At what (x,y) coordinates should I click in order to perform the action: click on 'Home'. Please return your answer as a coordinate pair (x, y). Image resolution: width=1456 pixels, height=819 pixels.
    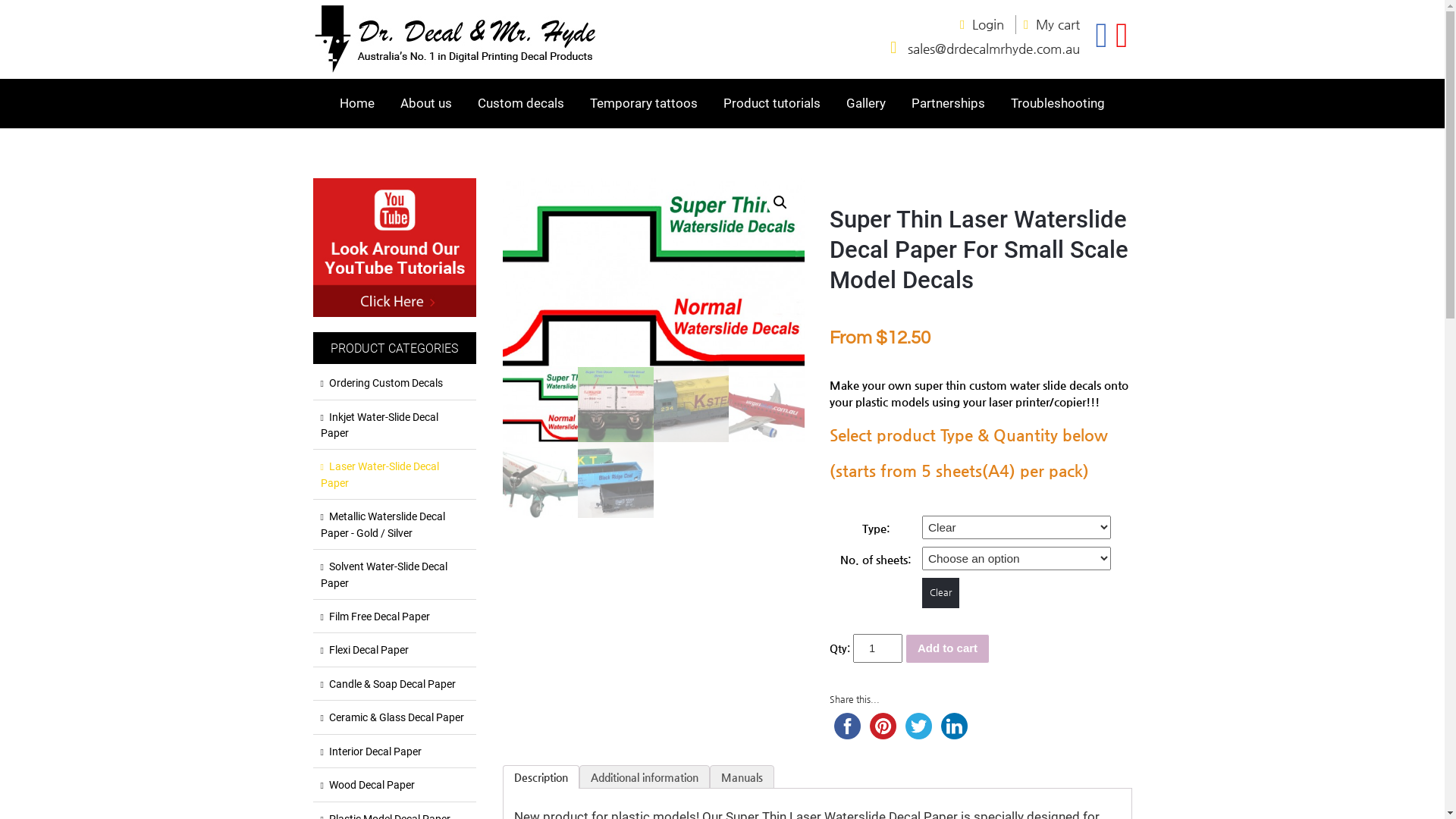
    Looking at the image, I should click on (334, 102).